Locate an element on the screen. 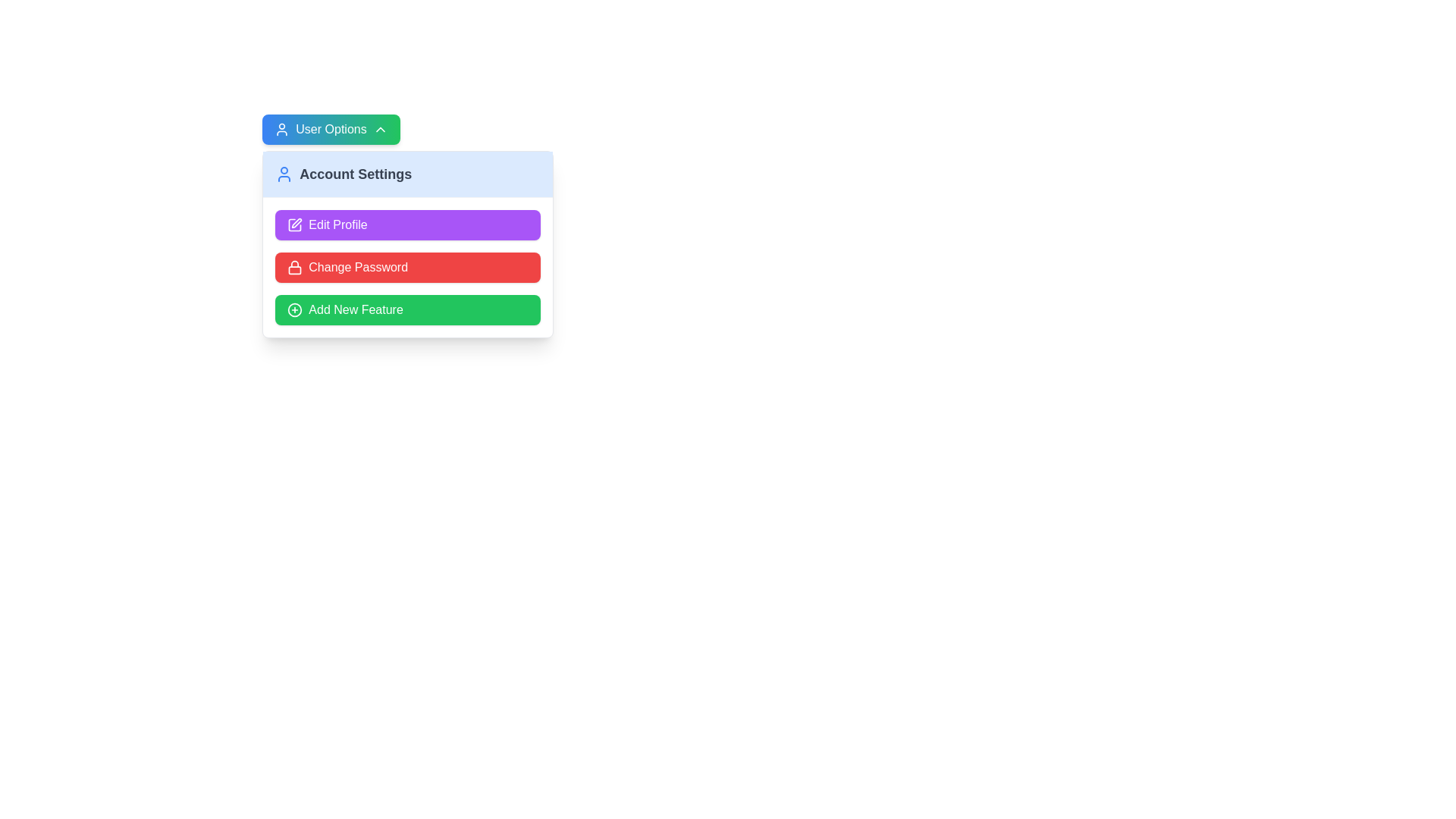 Image resolution: width=1456 pixels, height=819 pixels. the expand/collapse icon located at the right of the 'User Options' button, which indicates the button's functionality to expand or collapse a menu is located at coordinates (380, 128).